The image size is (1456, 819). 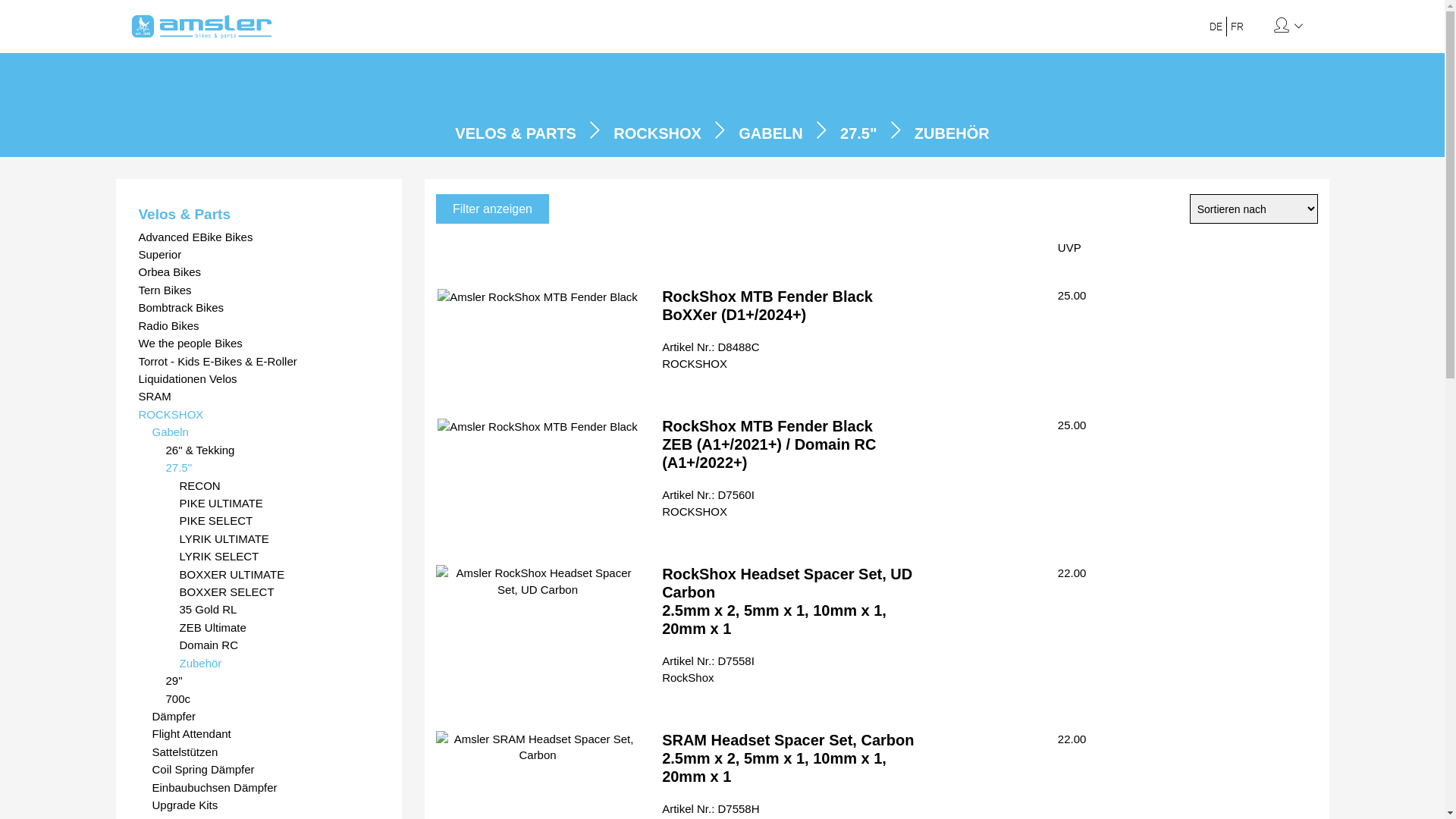 What do you see at coordinates (258, 343) in the screenshot?
I see `'We the people Bikes'` at bounding box center [258, 343].